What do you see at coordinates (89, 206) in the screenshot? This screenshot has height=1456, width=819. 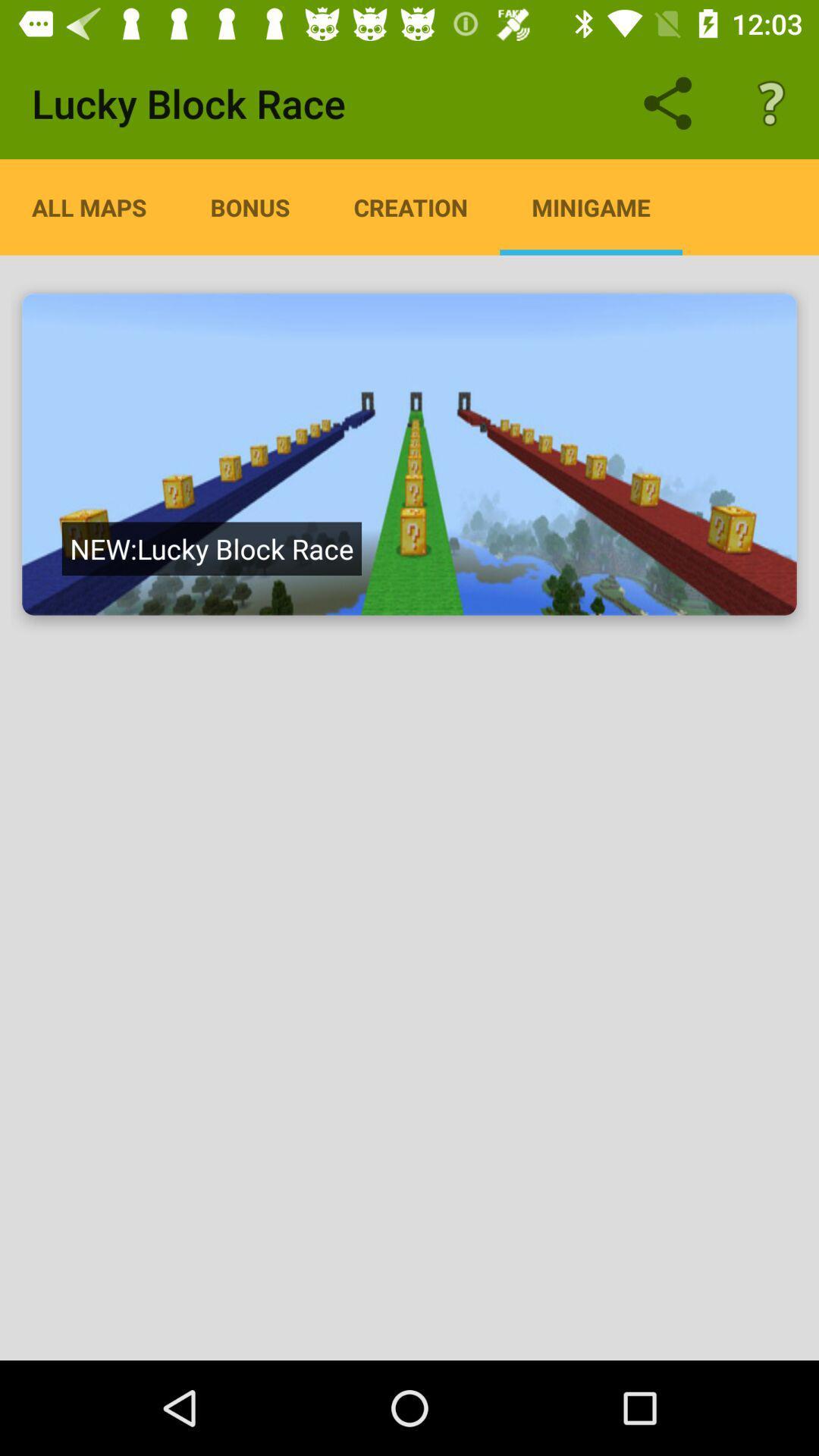 I see `all maps icon` at bounding box center [89, 206].